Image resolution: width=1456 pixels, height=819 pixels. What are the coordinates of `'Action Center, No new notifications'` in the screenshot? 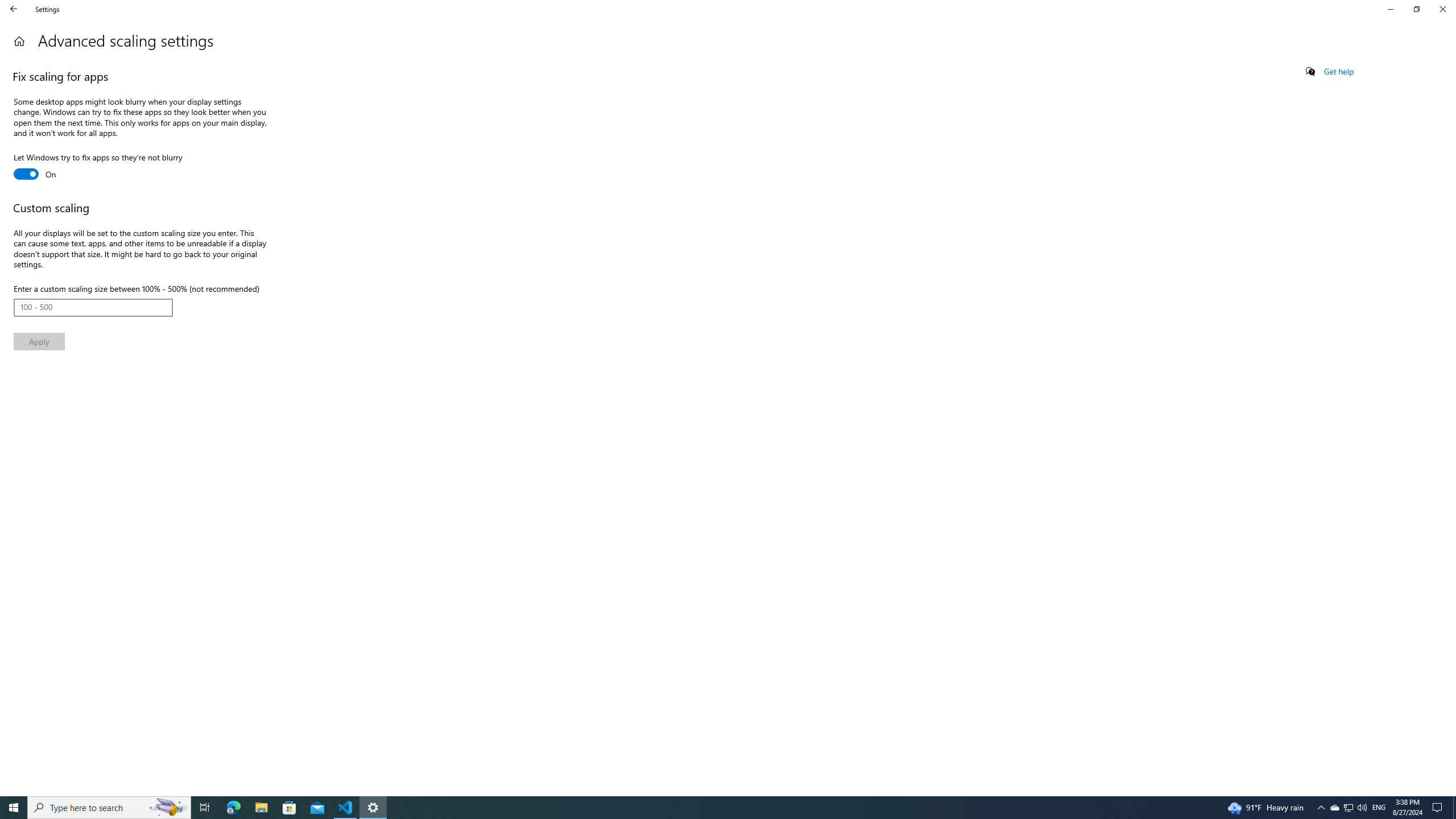 It's located at (1439, 806).